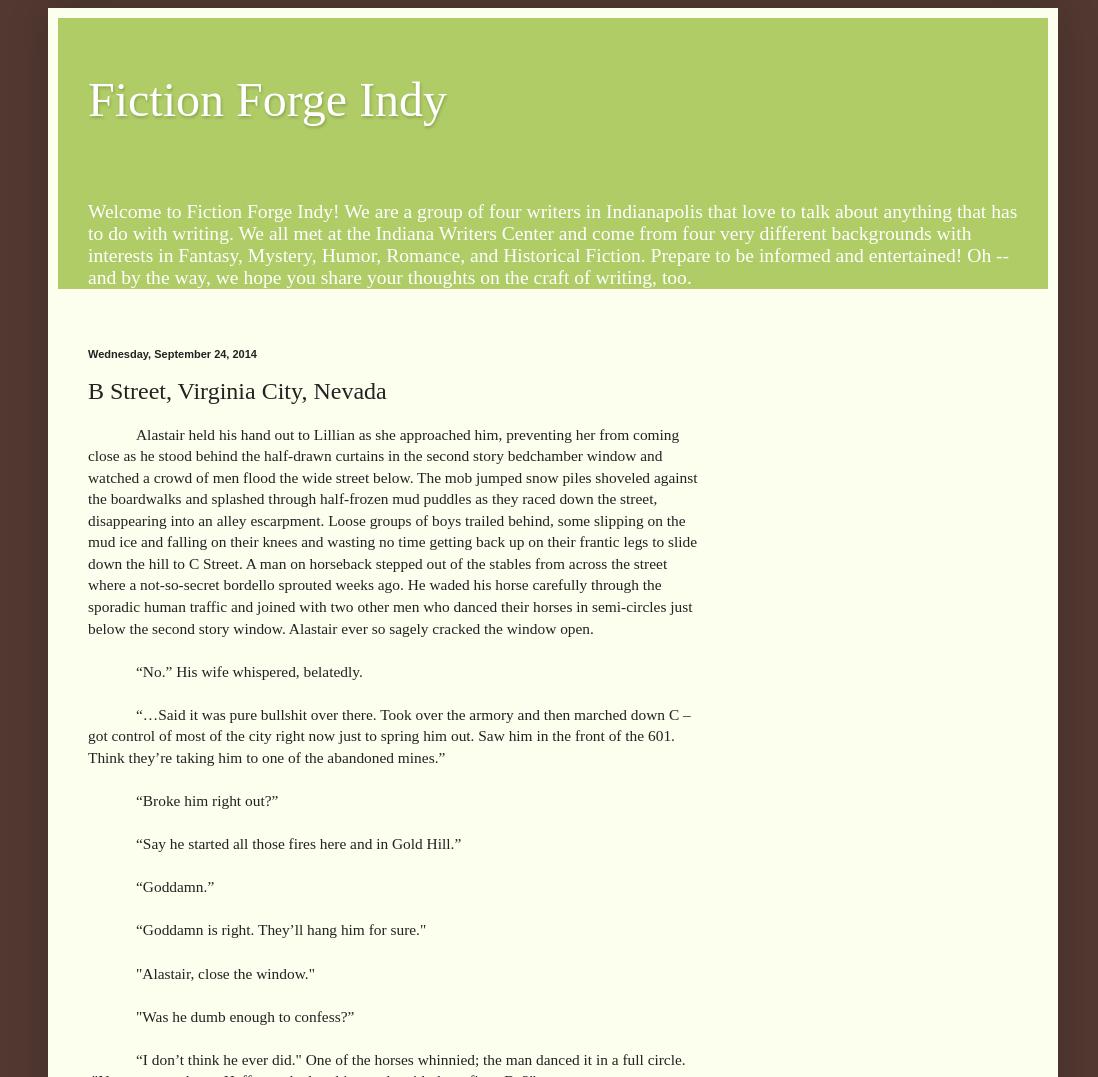  I want to click on '“Say he started all those fires
here and in Gold Hill.”', so click(298, 842).